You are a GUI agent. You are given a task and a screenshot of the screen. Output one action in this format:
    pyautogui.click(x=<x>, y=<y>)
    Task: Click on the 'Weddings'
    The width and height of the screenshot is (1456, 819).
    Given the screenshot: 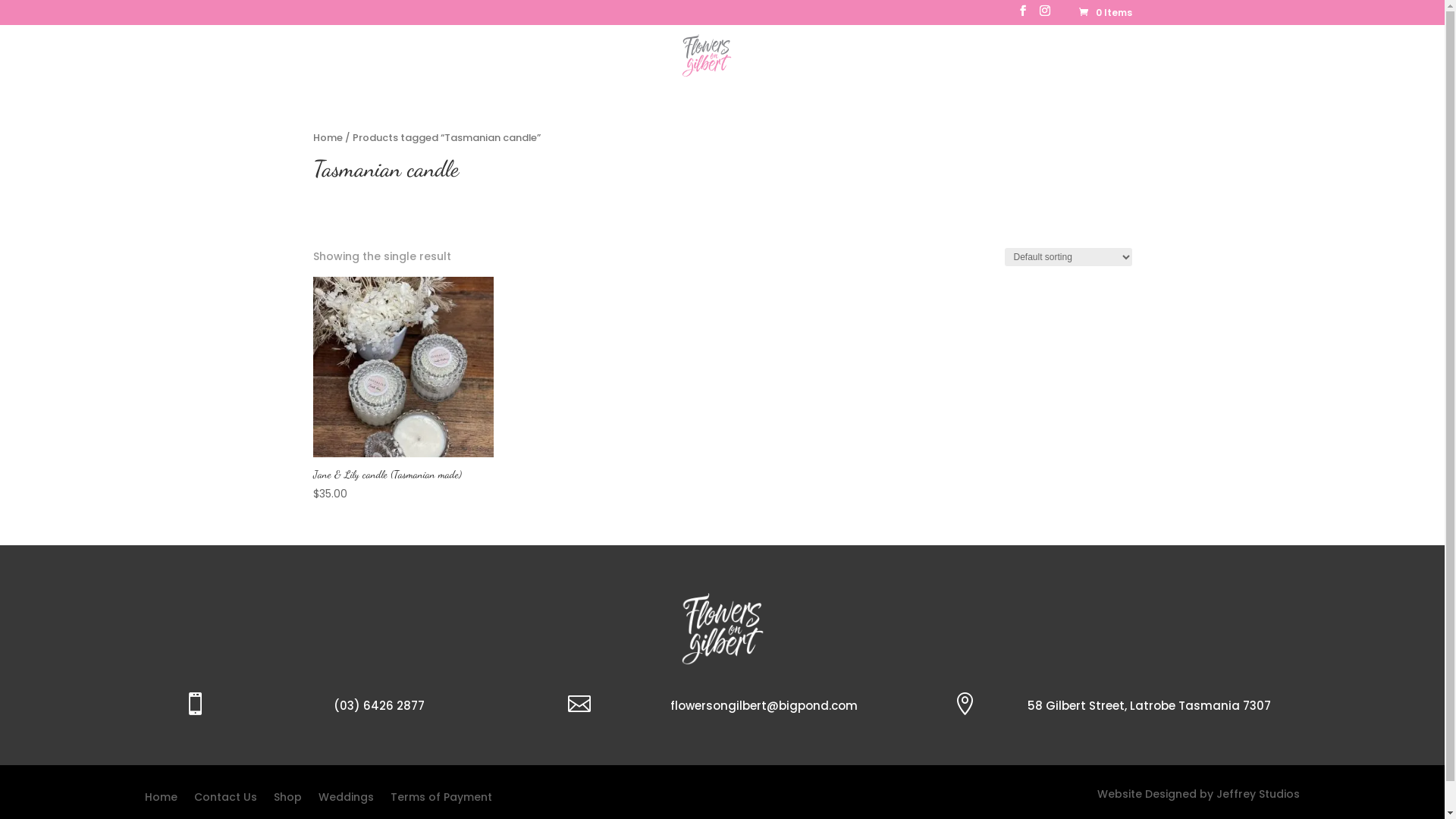 What is the action you would take?
    pyautogui.click(x=750, y=67)
    